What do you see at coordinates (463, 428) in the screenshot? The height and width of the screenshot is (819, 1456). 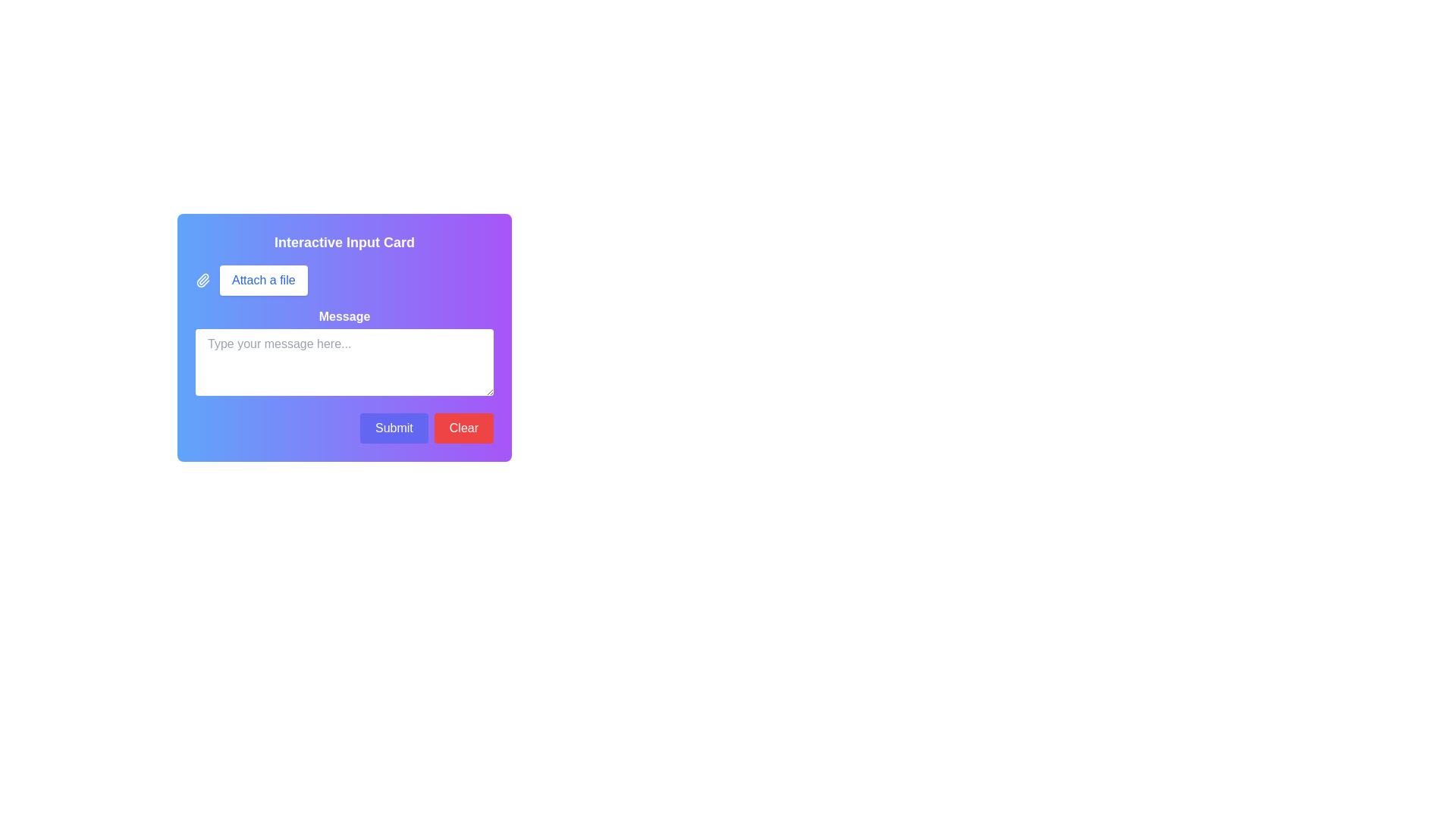 I see `the 'Clear' button located at the bottom-right corner of the card layout, adjacent to the 'Submit' button, to reset the input fields` at bounding box center [463, 428].